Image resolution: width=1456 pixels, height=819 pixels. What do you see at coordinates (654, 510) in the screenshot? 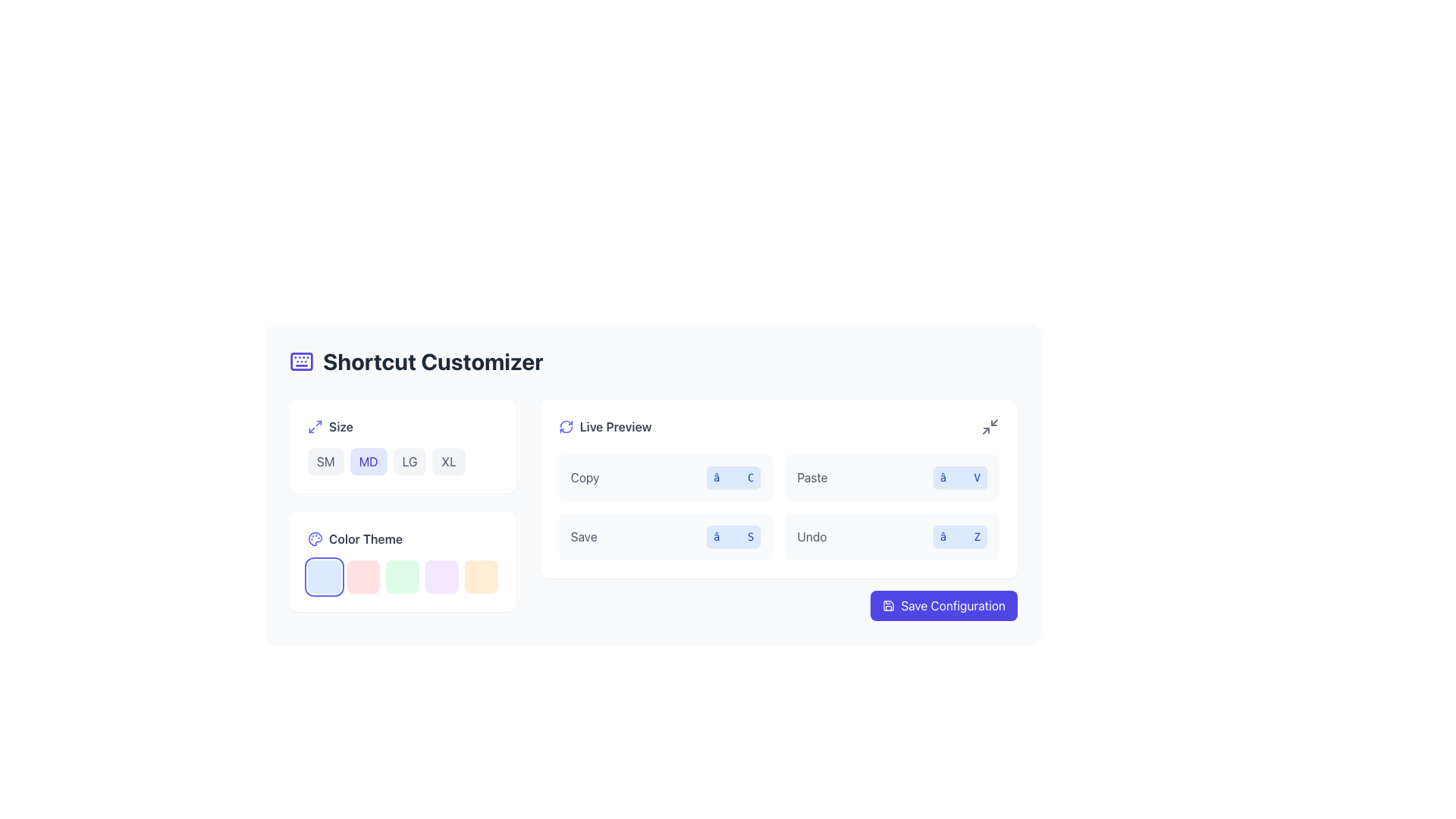
I see `the interactive buttons in the 'Shortcut Customizer' section, specifically located below the 'Live Preview' title` at bounding box center [654, 510].